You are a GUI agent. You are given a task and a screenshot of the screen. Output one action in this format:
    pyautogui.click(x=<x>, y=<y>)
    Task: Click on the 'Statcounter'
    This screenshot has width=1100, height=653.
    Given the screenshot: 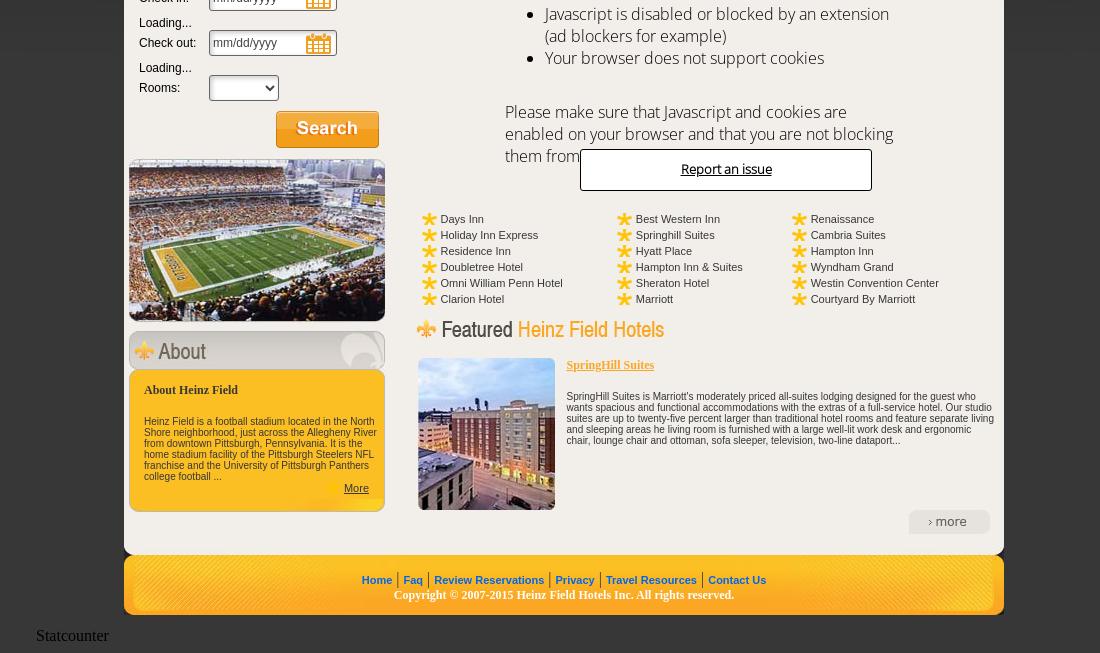 What is the action you would take?
    pyautogui.click(x=34, y=635)
    